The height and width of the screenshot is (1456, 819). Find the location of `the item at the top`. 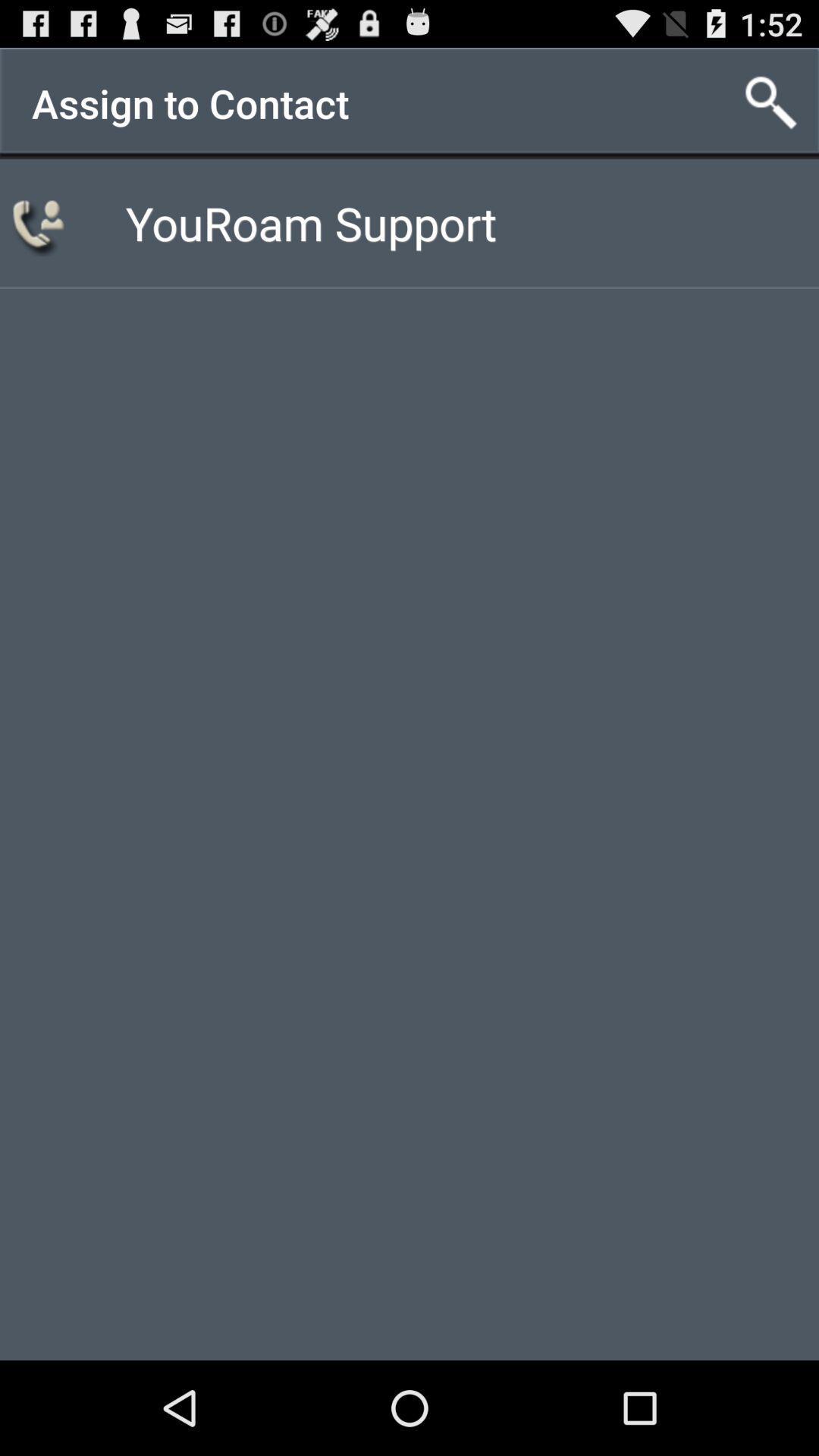

the item at the top is located at coordinates (310, 221).